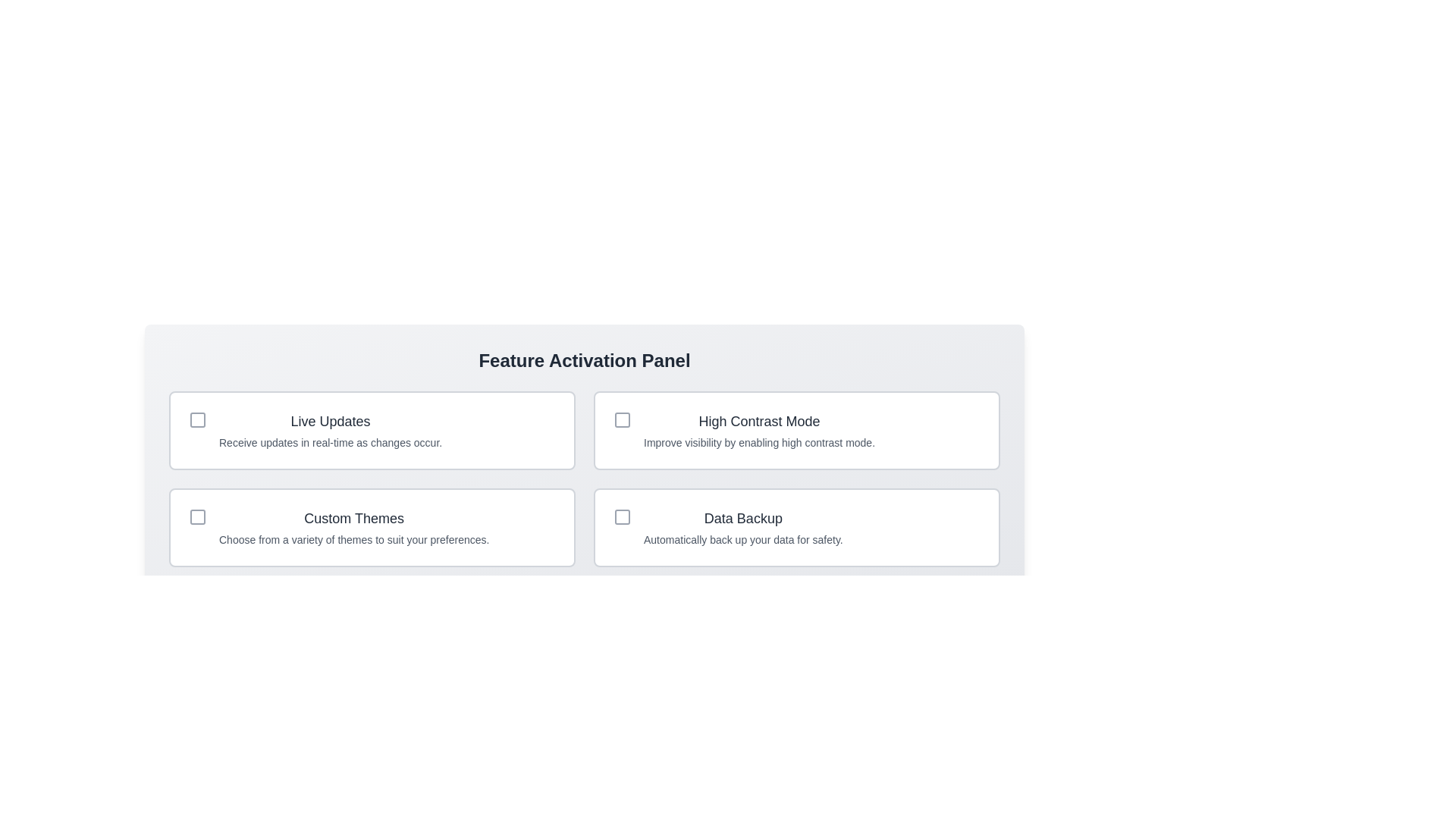  I want to click on the Checkbox-like indicator located in the second card labeled 'High Contrast Mode' within the Feature Activation Panel, situated near the left side next to the feature title label, so click(622, 420).